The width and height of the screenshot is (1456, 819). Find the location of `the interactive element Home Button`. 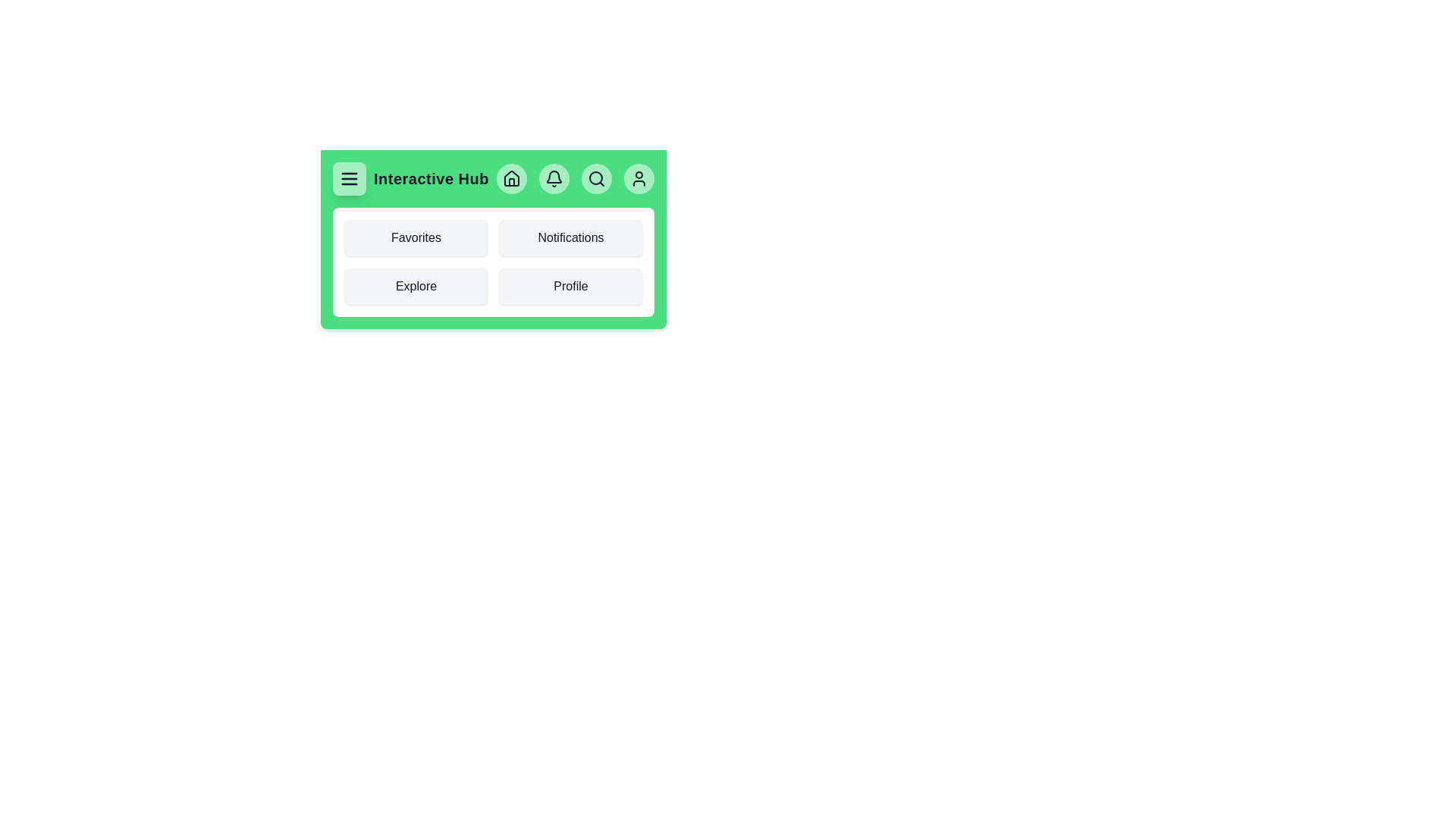

the interactive element Home Button is located at coordinates (510, 177).